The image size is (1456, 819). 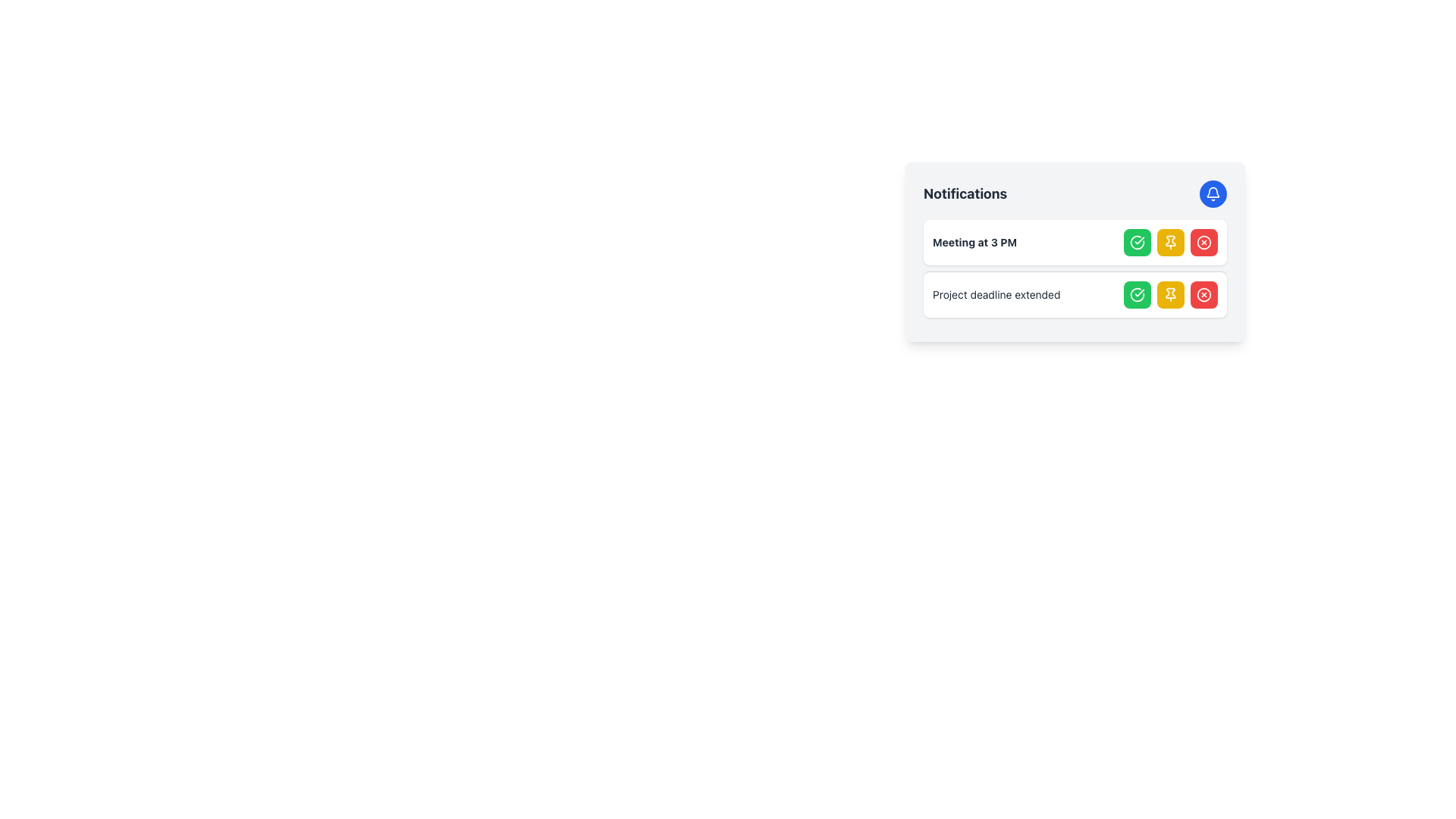 What do you see at coordinates (1203, 295) in the screenshot?
I see `the circular graphic element of the red close button icon located at the far right of the first row in the notification widget` at bounding box center [1203, 295].